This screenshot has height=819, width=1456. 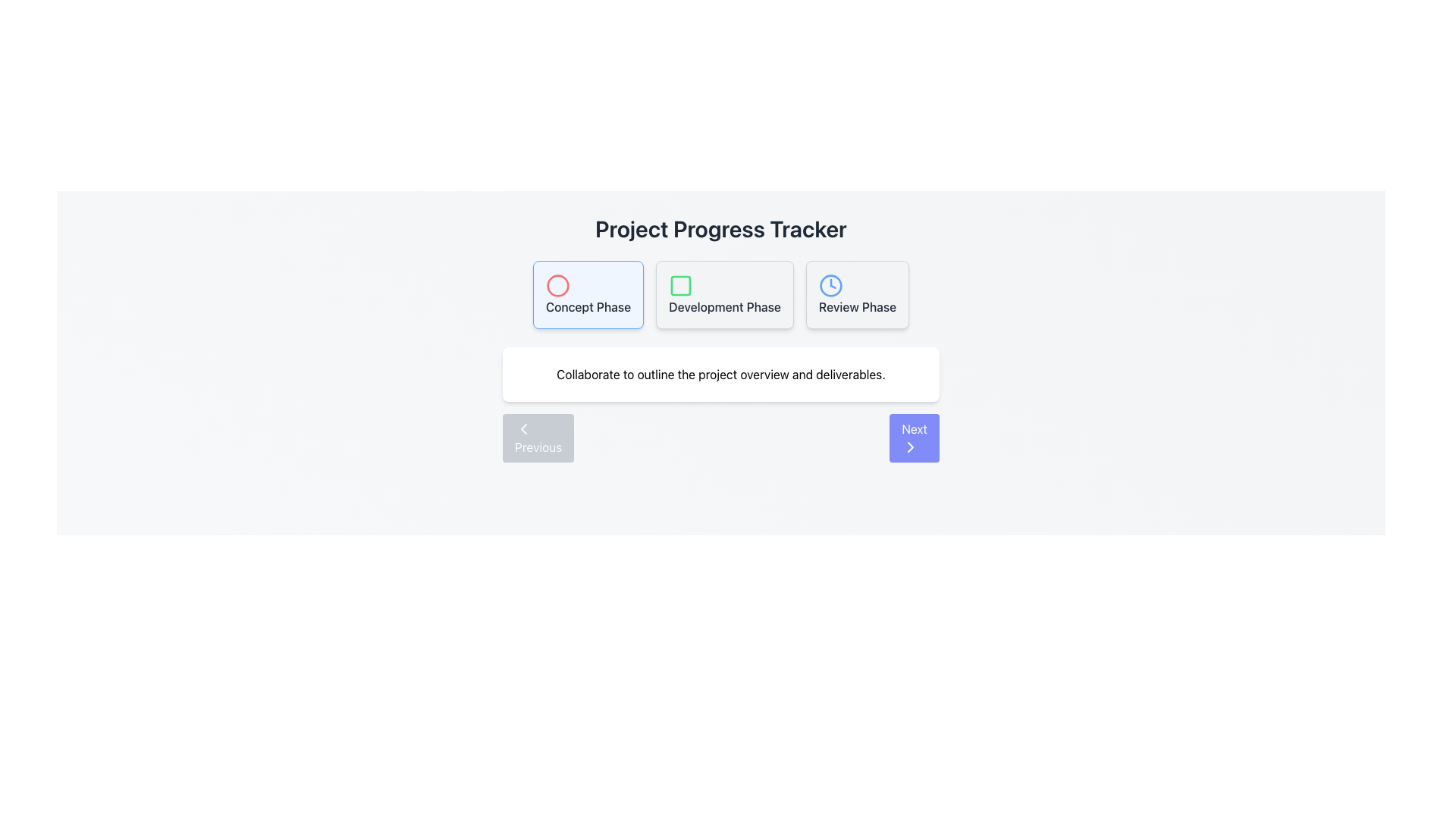 I want to click on the 'Concept Phase' card to highlight or select it, as it represents the current phase in the project tracker, so click(x=588, y=295).